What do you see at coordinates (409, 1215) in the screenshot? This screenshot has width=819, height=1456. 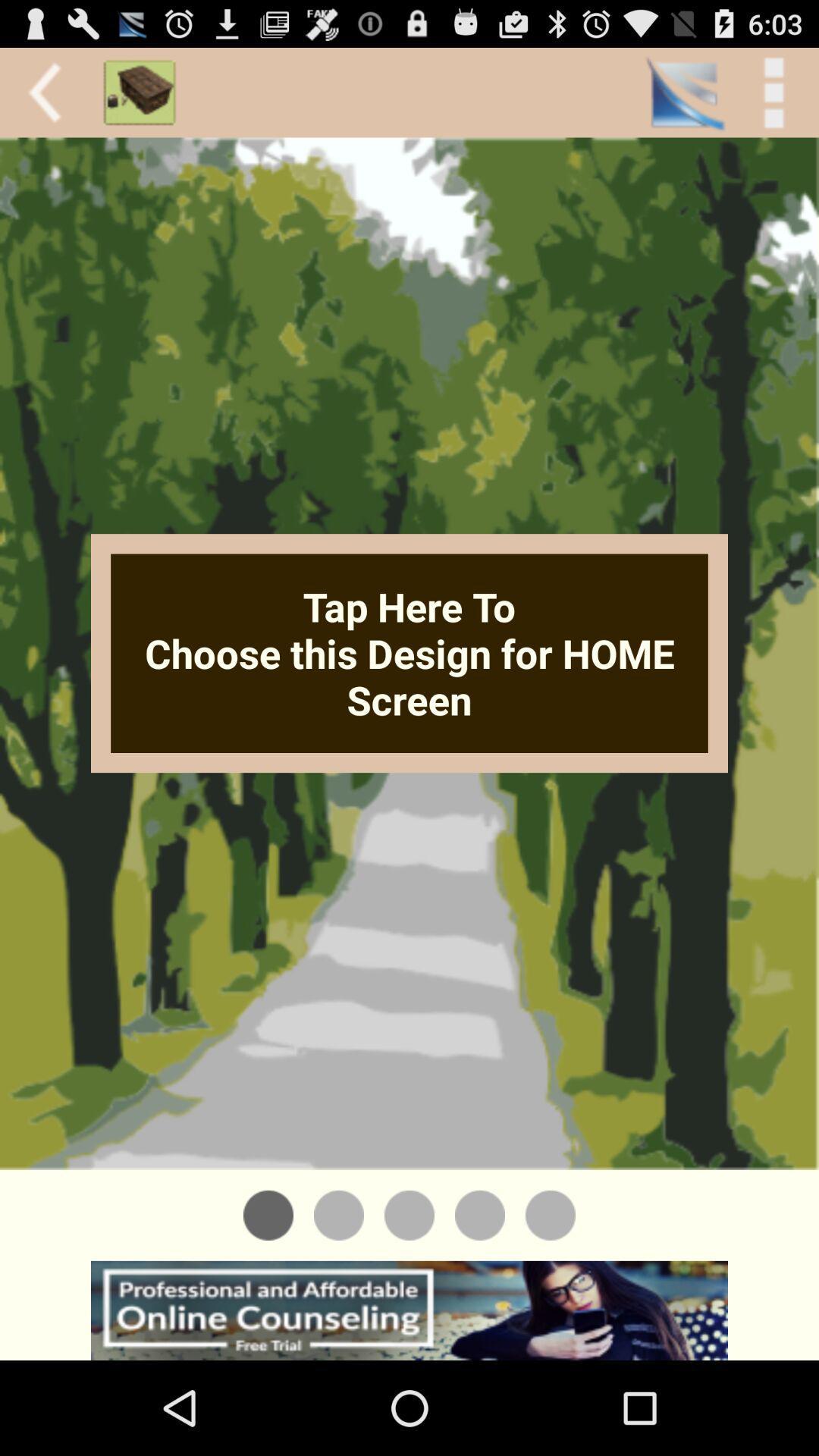 I see `this page` at bounding box center [409, 1215].